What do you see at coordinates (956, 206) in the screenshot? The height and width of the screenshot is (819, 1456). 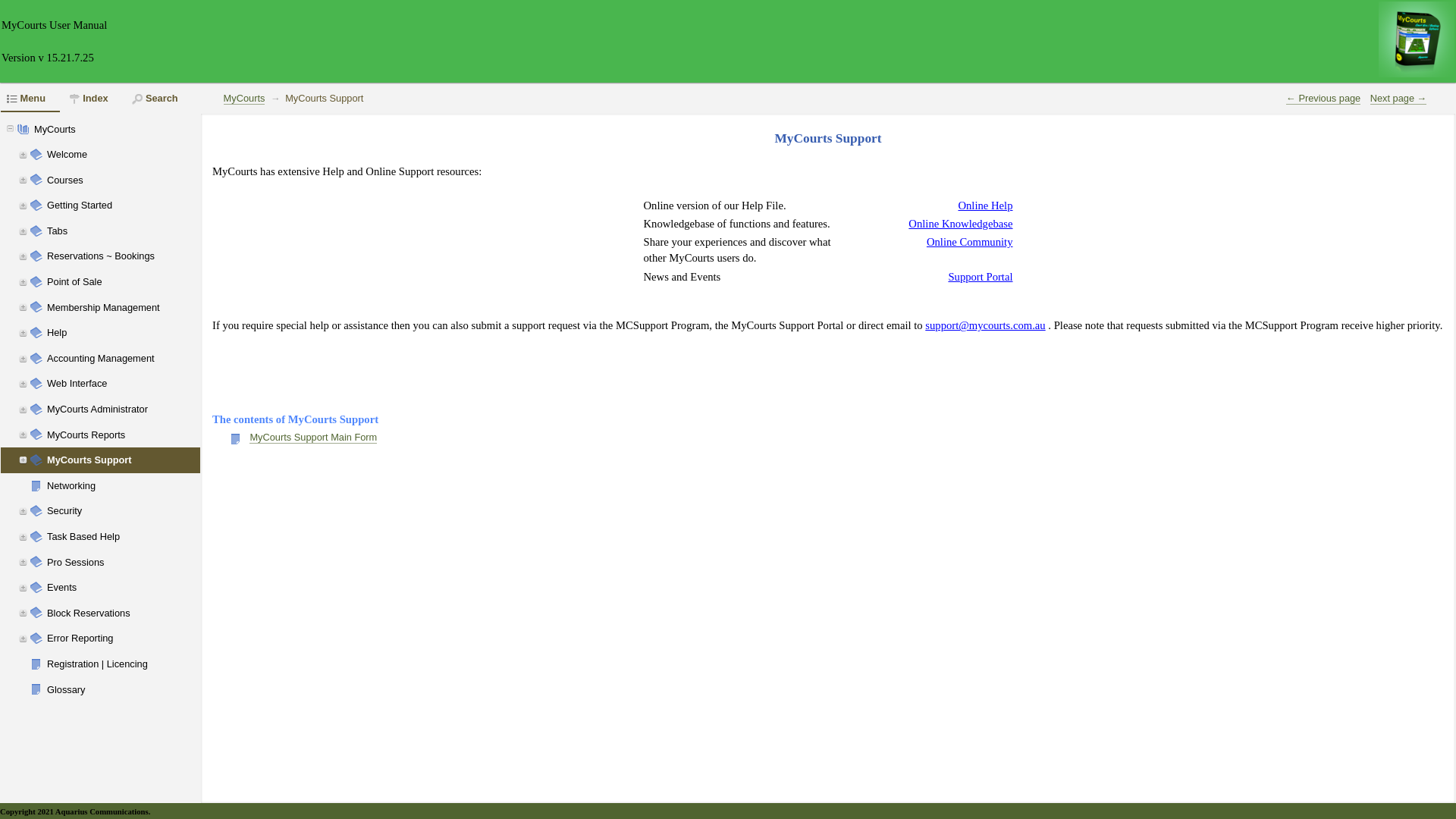 I see `'Online Help'` at bounding box center [956, 206].